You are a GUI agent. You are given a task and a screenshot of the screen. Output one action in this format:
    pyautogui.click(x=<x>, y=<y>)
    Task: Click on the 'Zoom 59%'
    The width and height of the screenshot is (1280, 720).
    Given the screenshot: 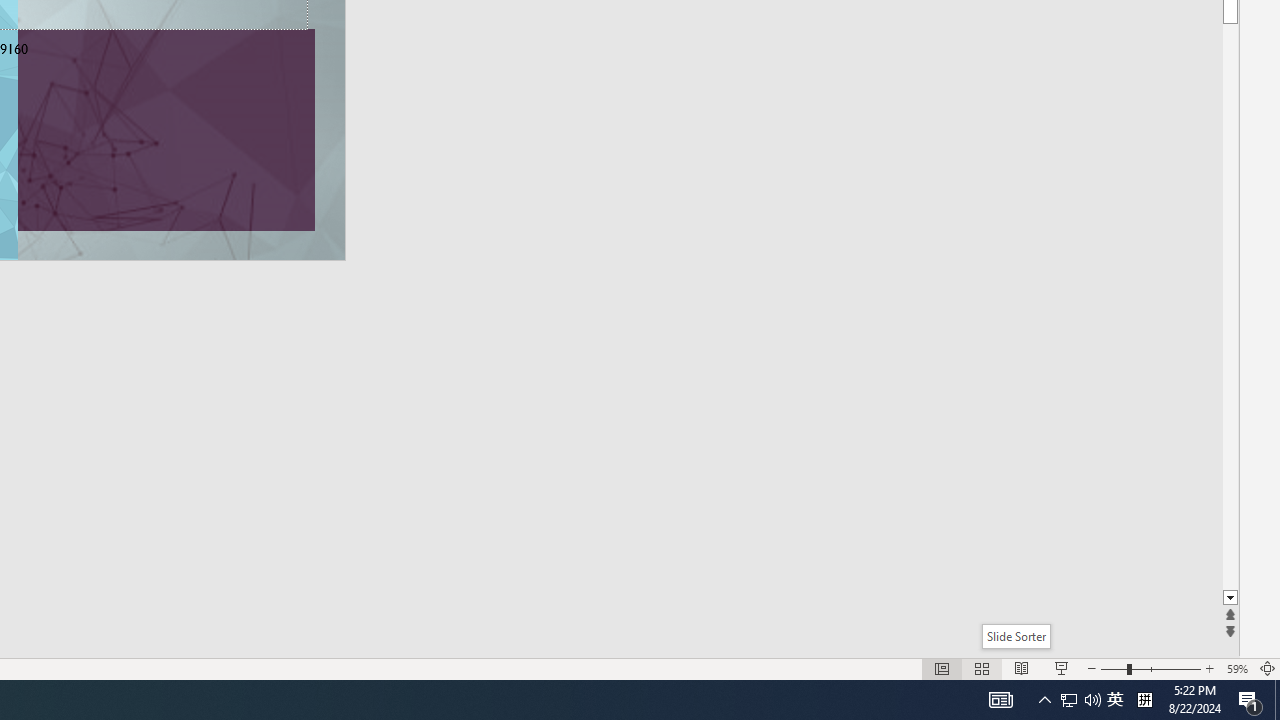 What is the action you would take?
    pyautogui.click(x=1236, y=669)
    